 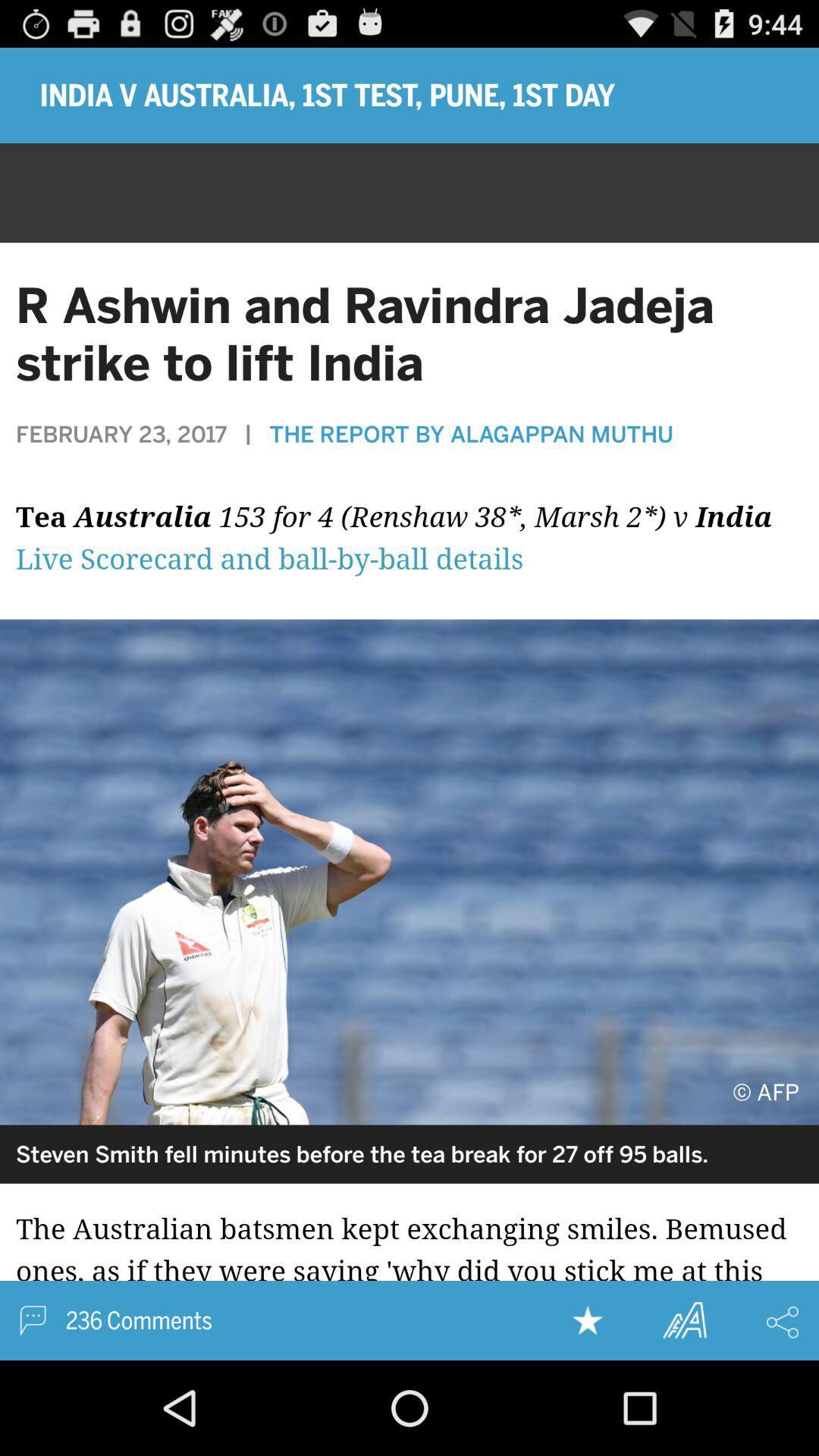 I want to click on open news story, so click(x=409, y=1272).